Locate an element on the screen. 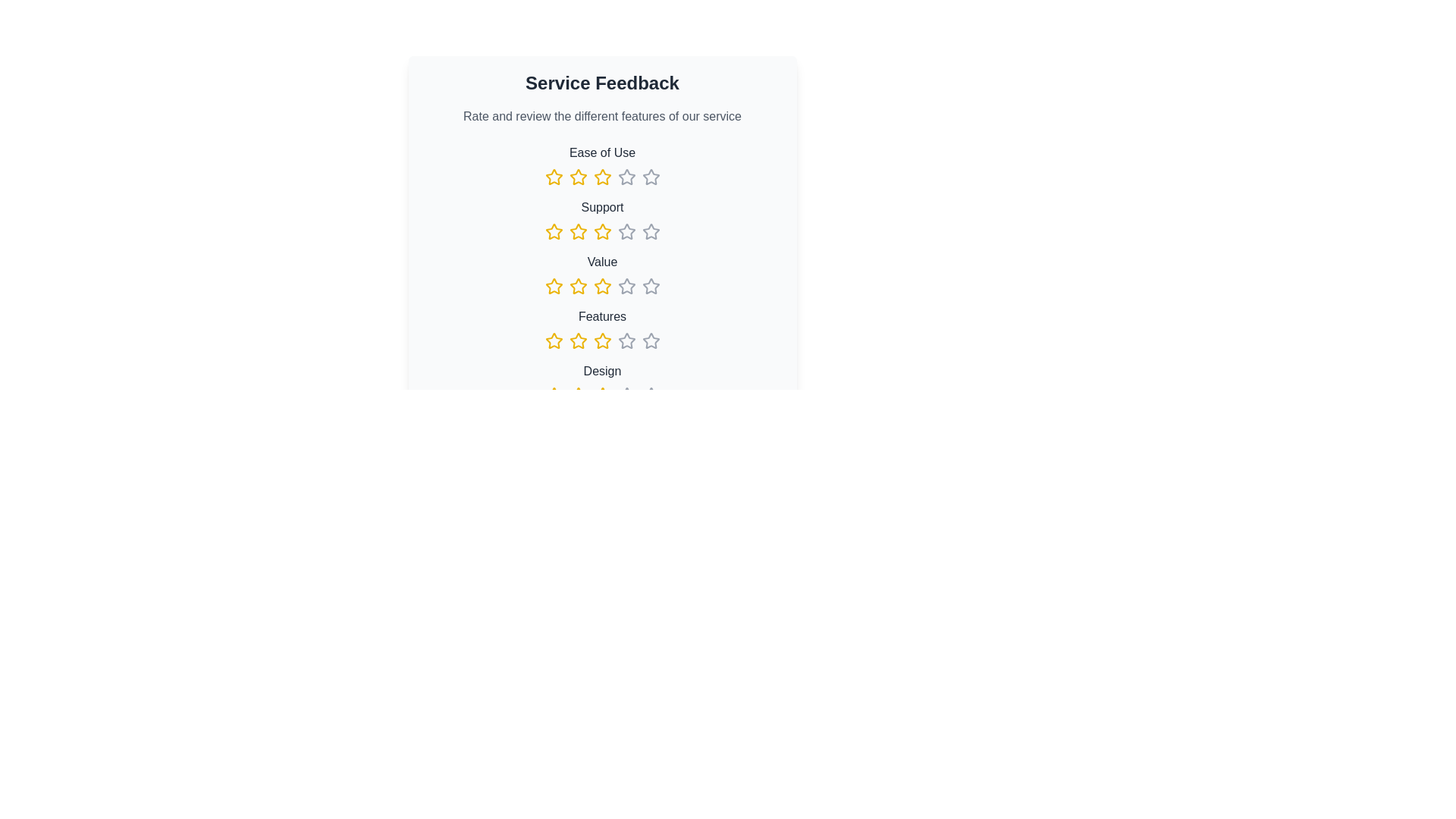 The height and width of the screenshot is (819, 1456). the fifth interactive star icon is located at coordinates (601, 394).